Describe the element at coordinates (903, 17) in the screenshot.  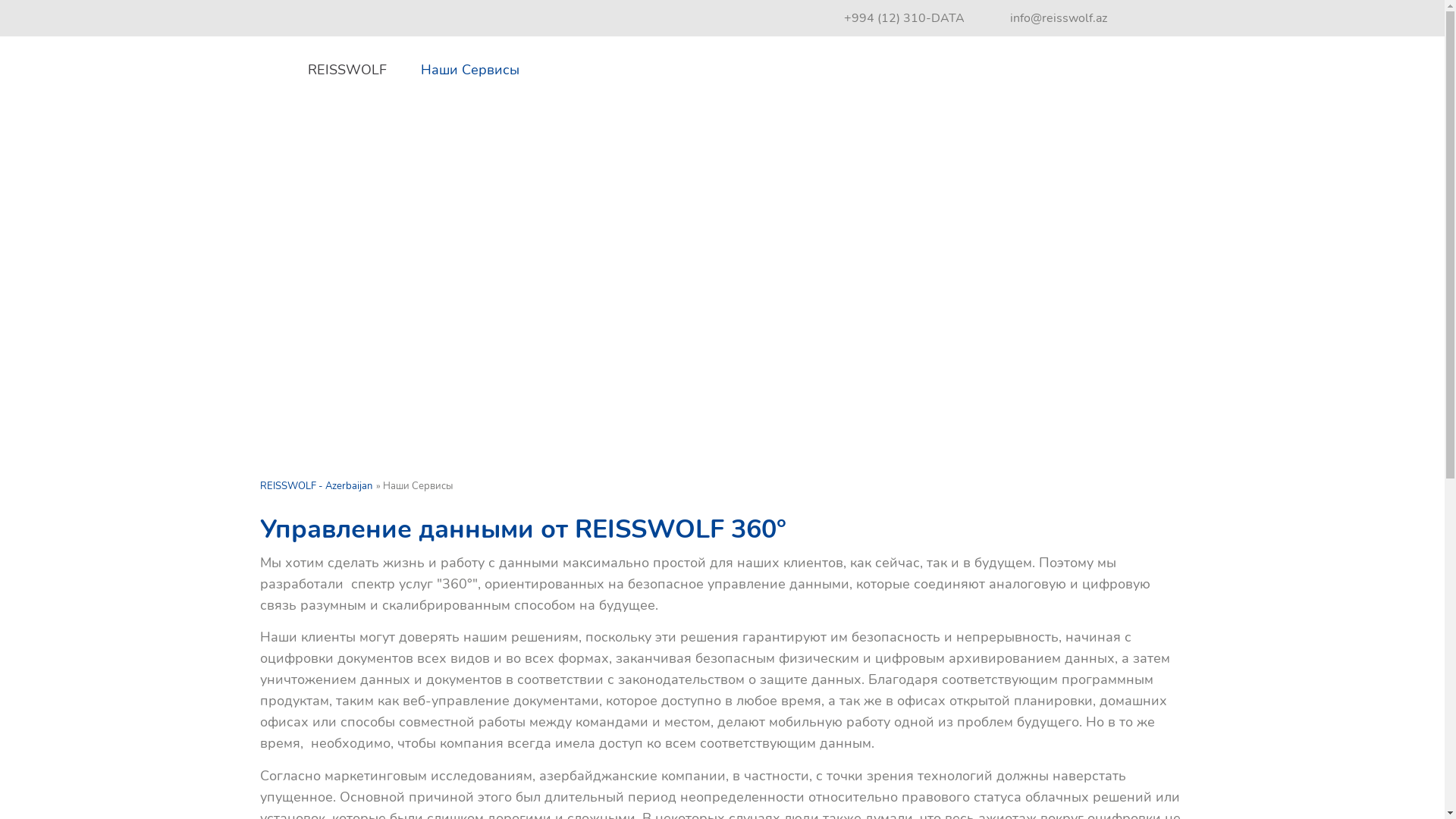
I see `'+994 (12) 310-DATA'` at that location.